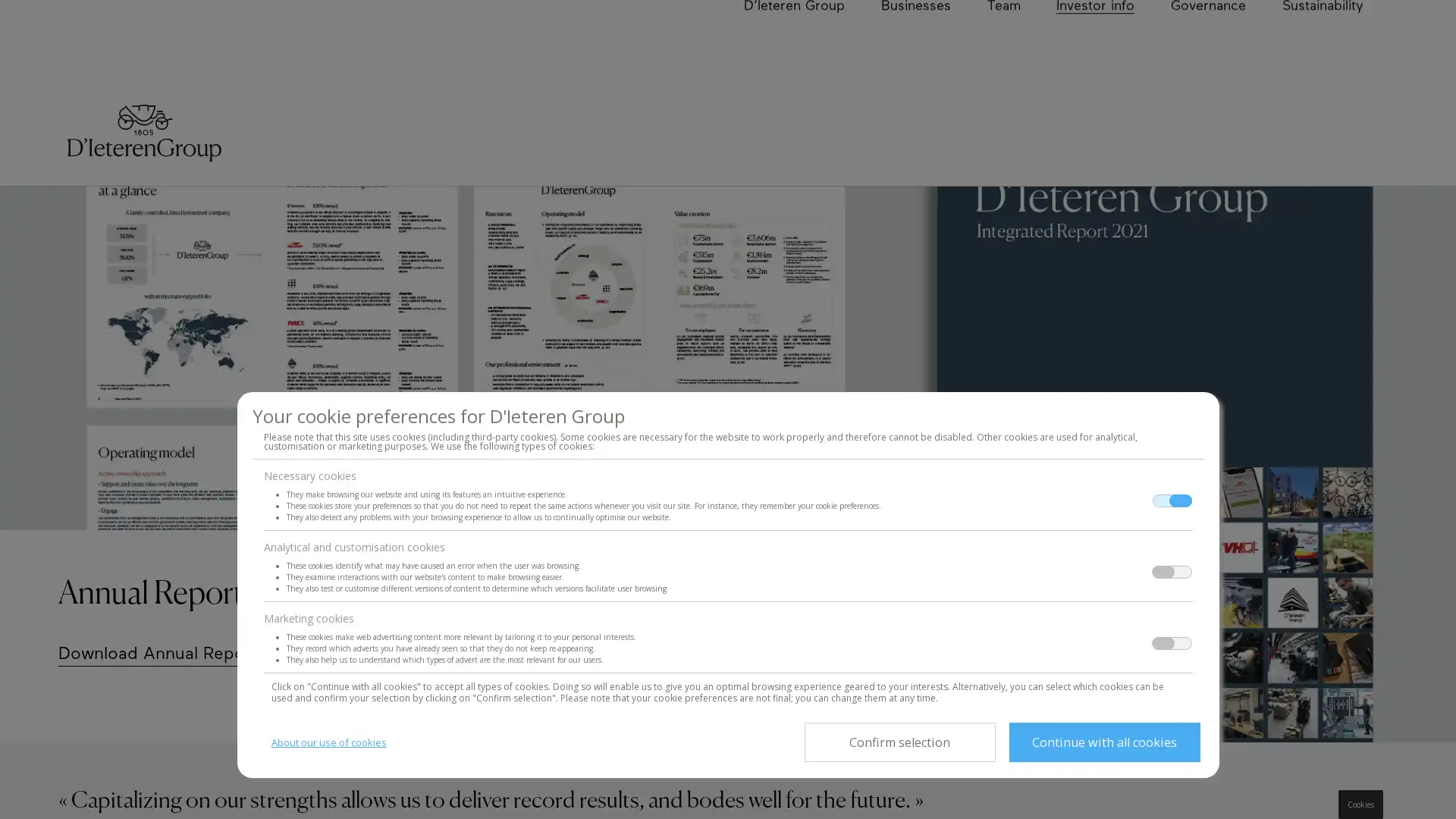  Describe the element at coordinates (1103, 742) in the screenshot. I see `Close Consent Modal` at that location.